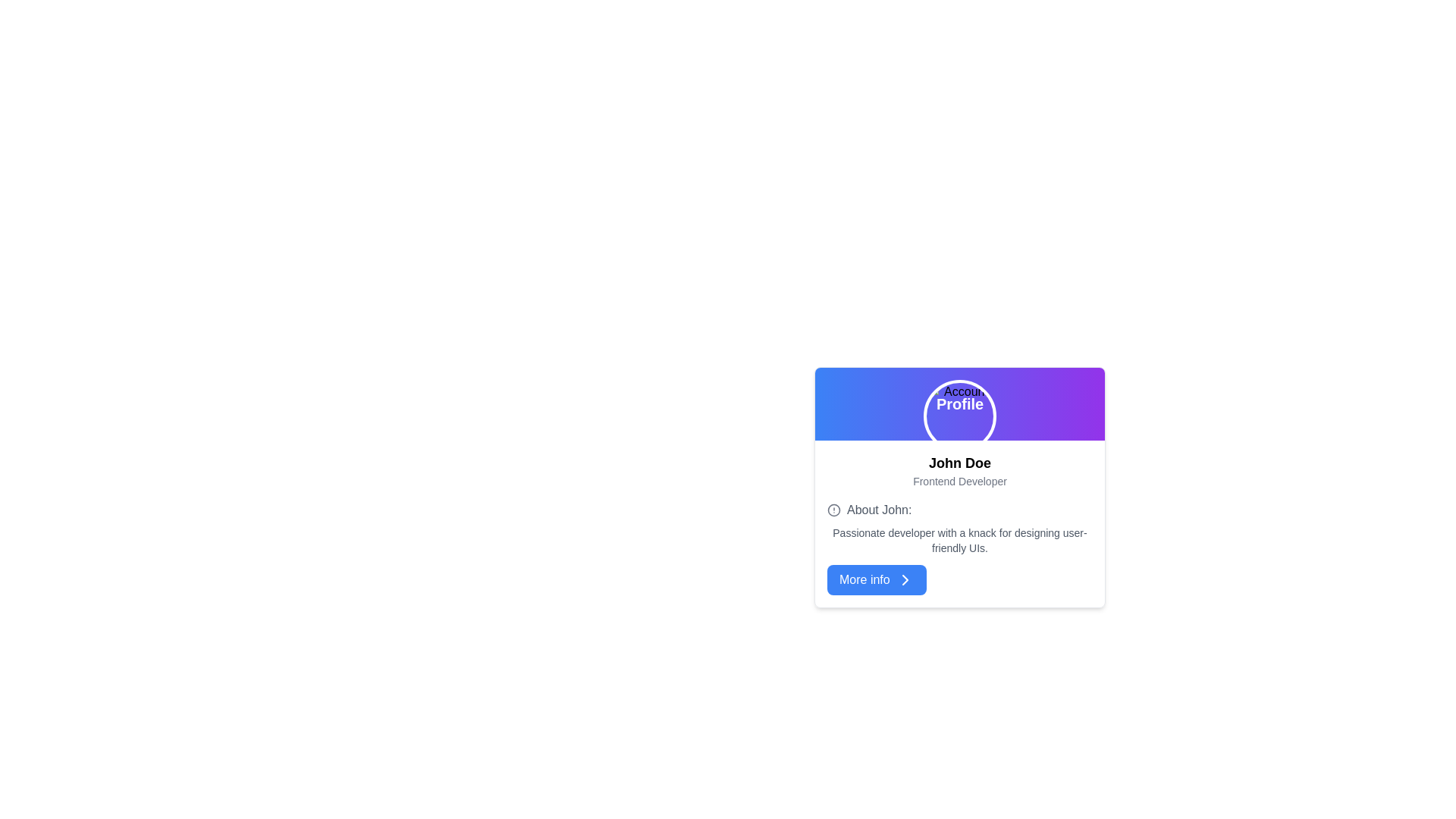  What do you see at coordinates (877, 579) in the screenshot?
I see `the distinct blue button with white text 'More info' and a right-facing arrow icon located at the bottom right of the profile details card` at bounding box center [877, 579].